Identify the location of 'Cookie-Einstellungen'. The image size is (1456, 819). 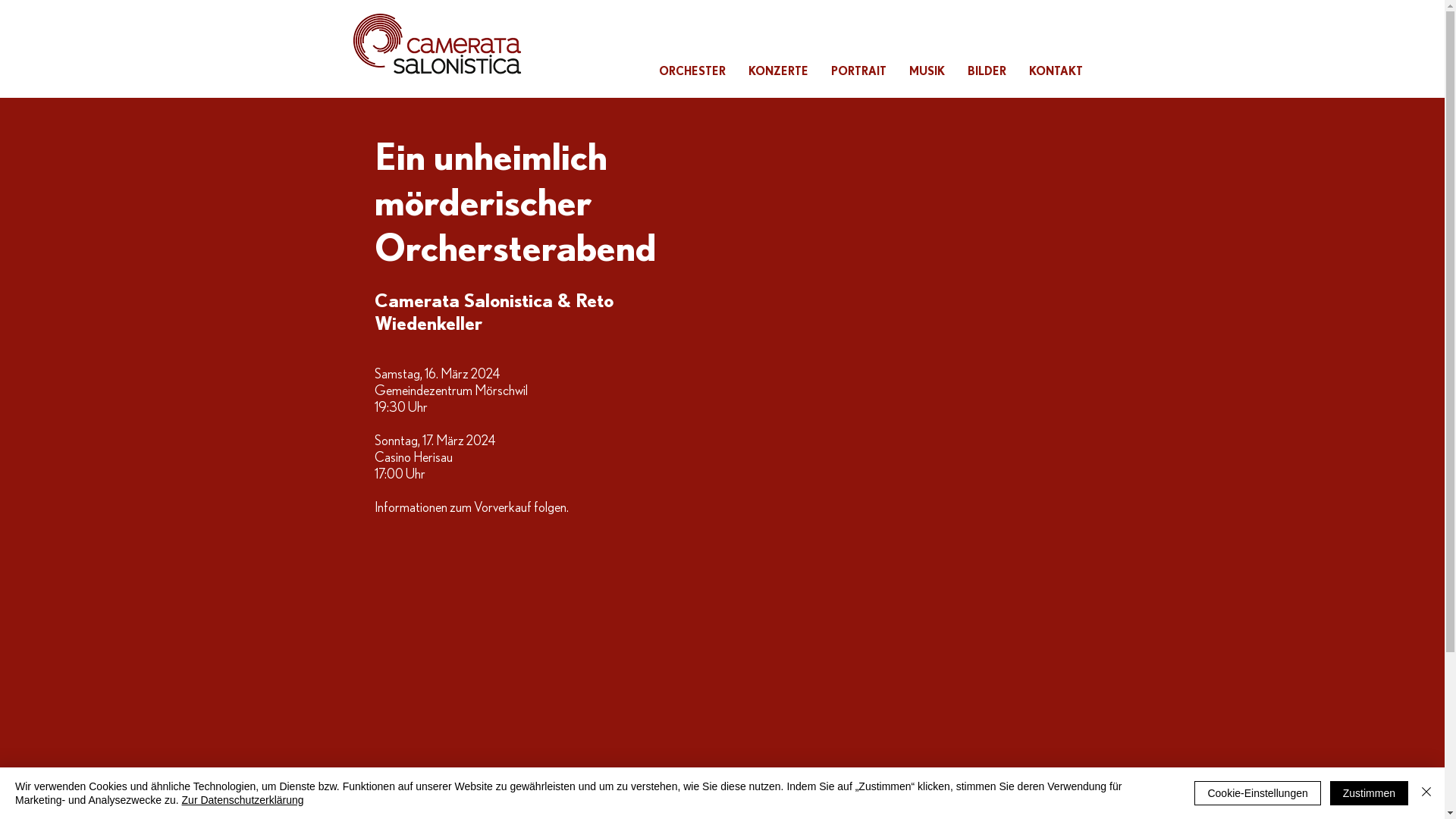
(1257, 792).